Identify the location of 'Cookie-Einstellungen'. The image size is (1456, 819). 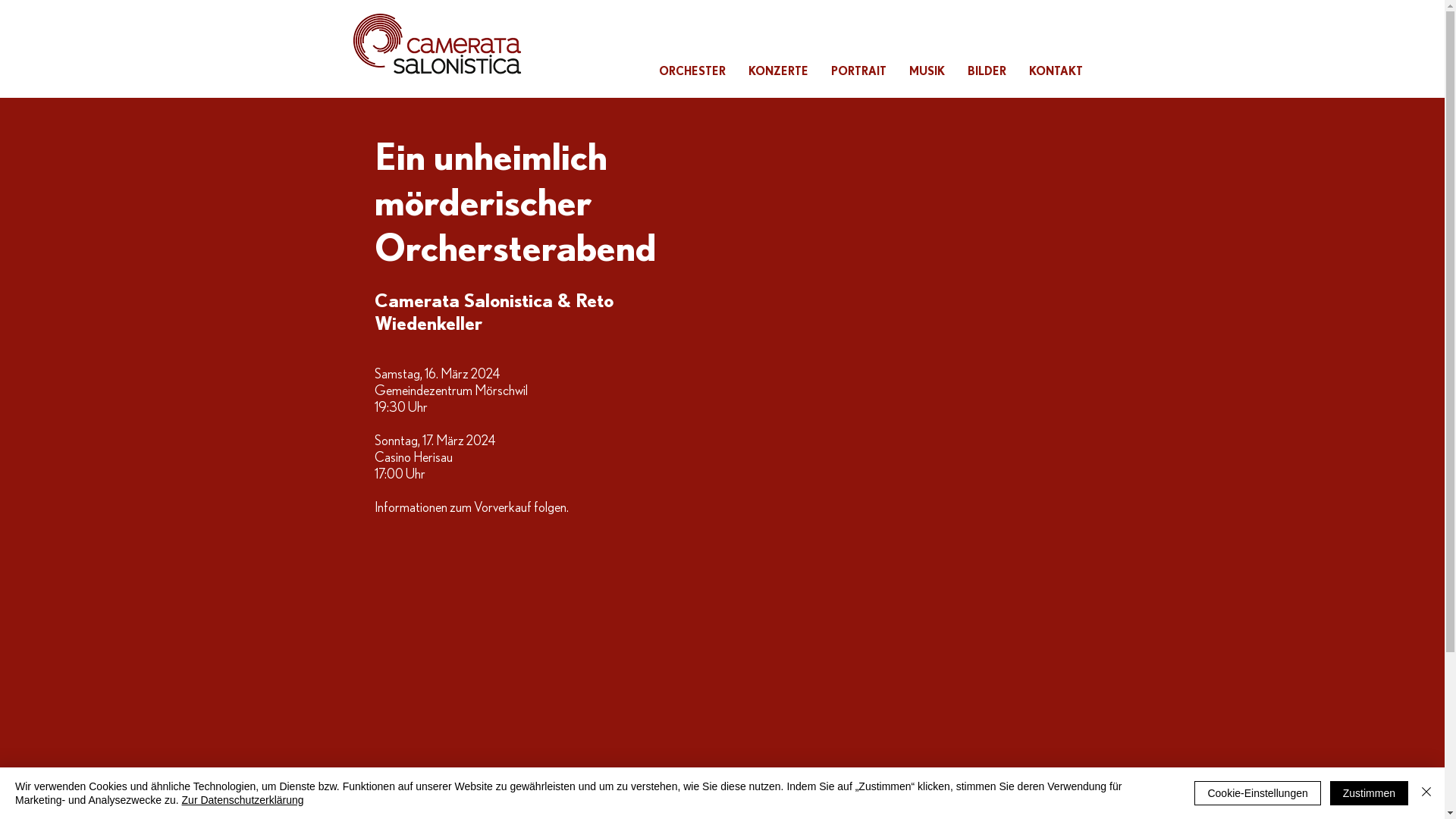
(1257, 792).